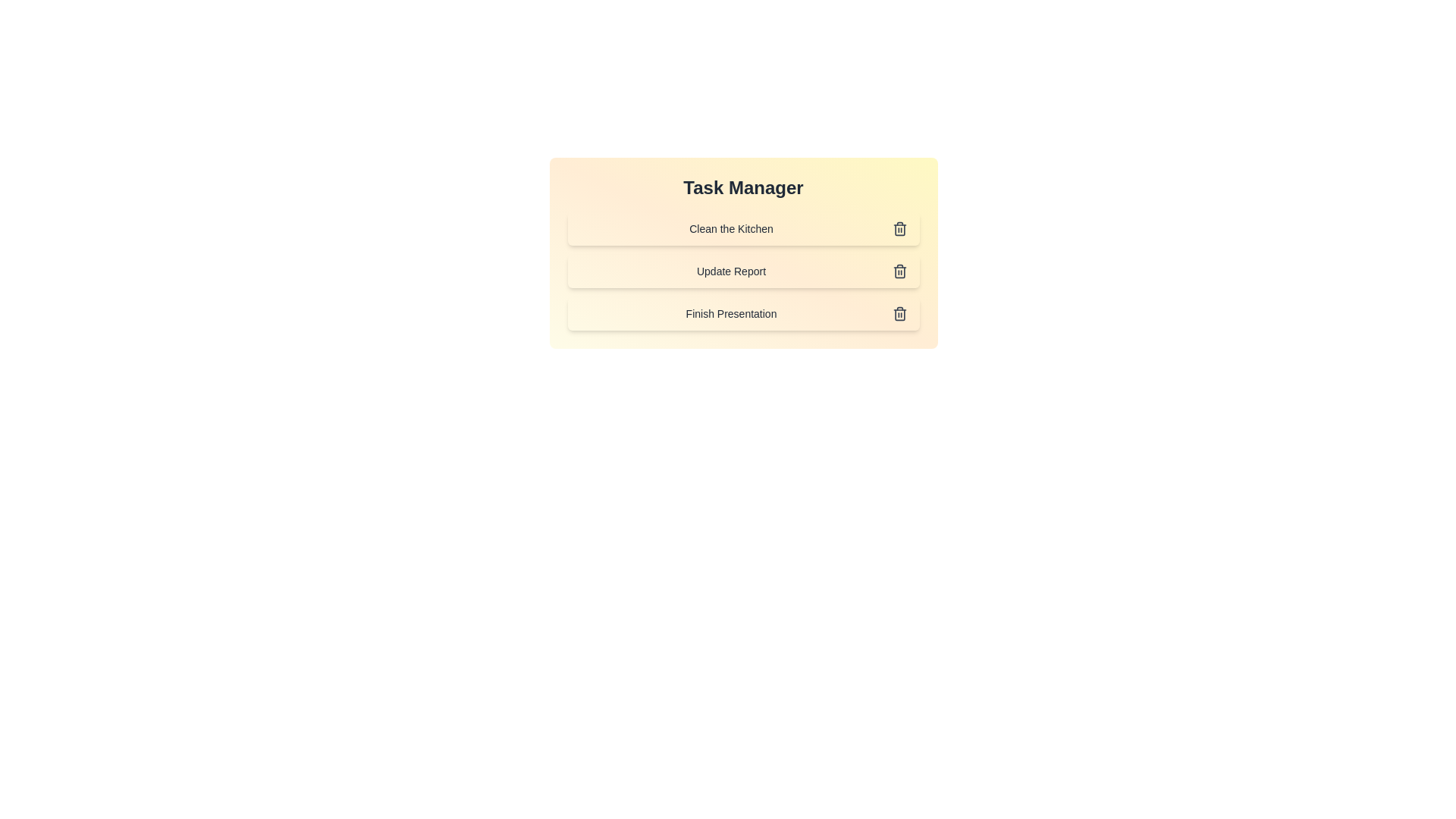 The image size is (1456, 819). What do you see at coordinates (899, 228) in the screenshot?
I see `the trash icon next to the task labeled Clean the Kitchen to remove it` at bounding box center [899, 228].